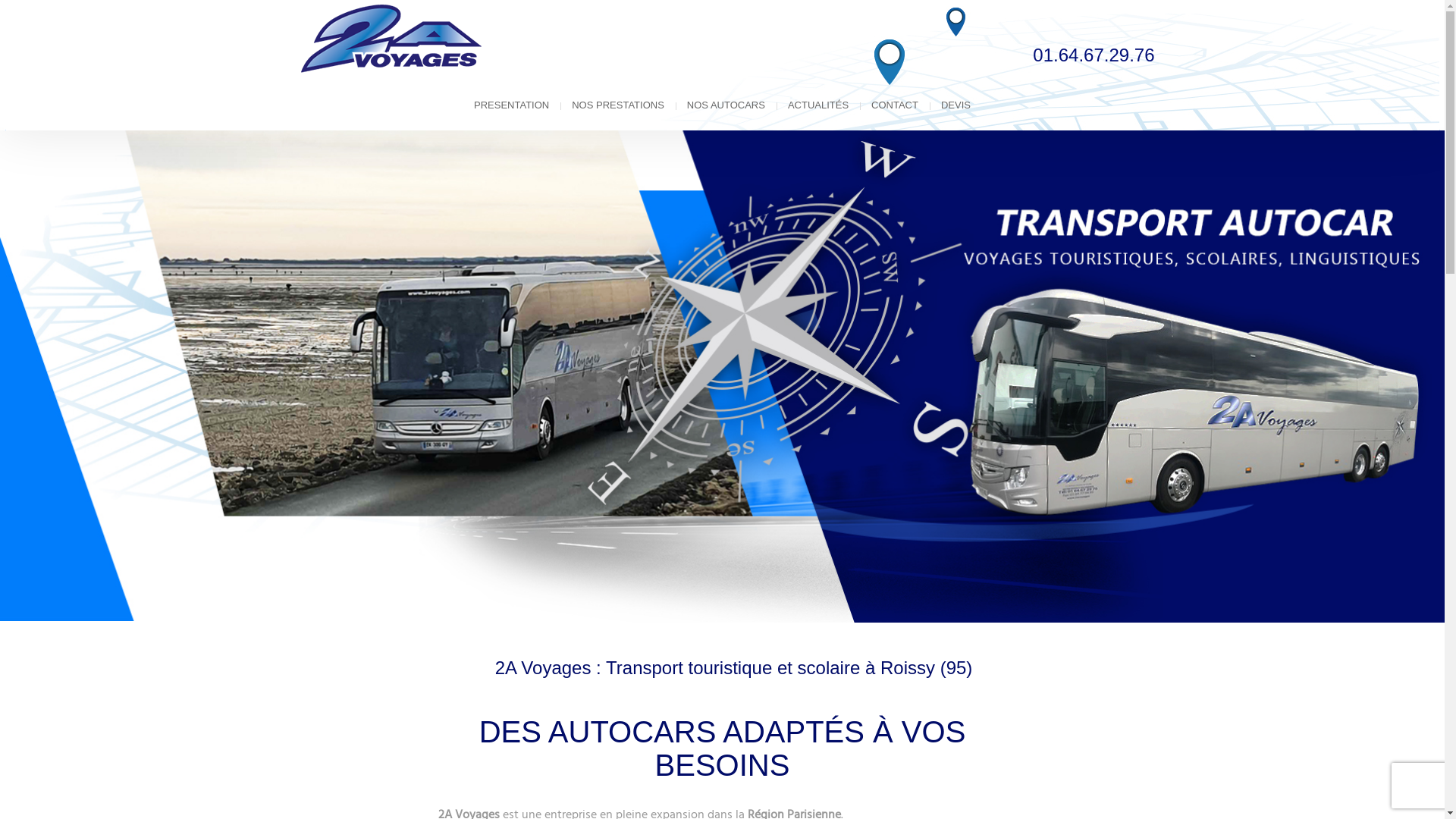 The image size is (1456, 819). Describe the element at coordinates (895, 104) in the screenshot. I see `'CONTACT'` at that location.